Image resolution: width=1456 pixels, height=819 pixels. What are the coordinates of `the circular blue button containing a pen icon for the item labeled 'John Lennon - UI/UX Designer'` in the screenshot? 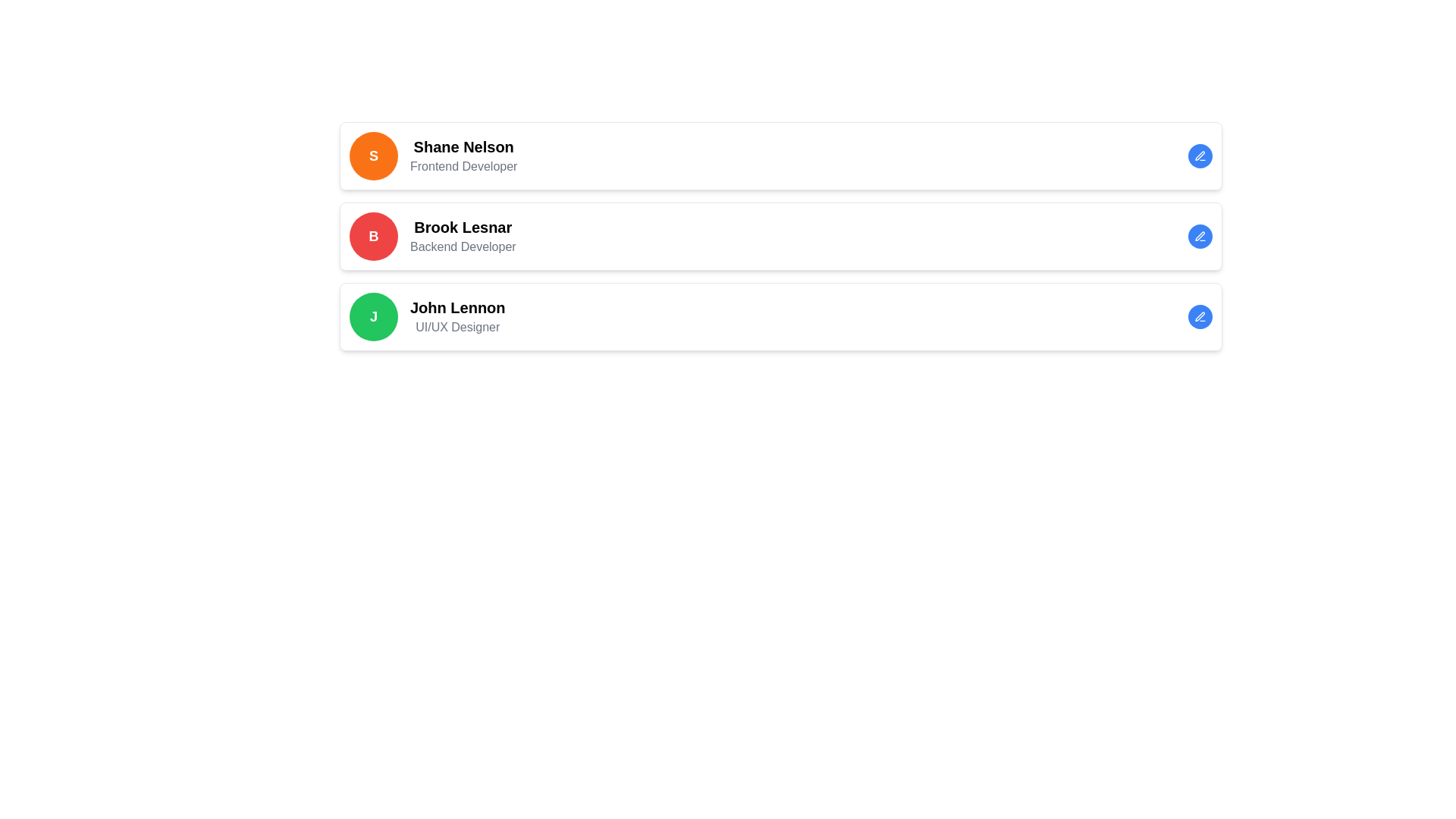 It's located at (1199, 236).